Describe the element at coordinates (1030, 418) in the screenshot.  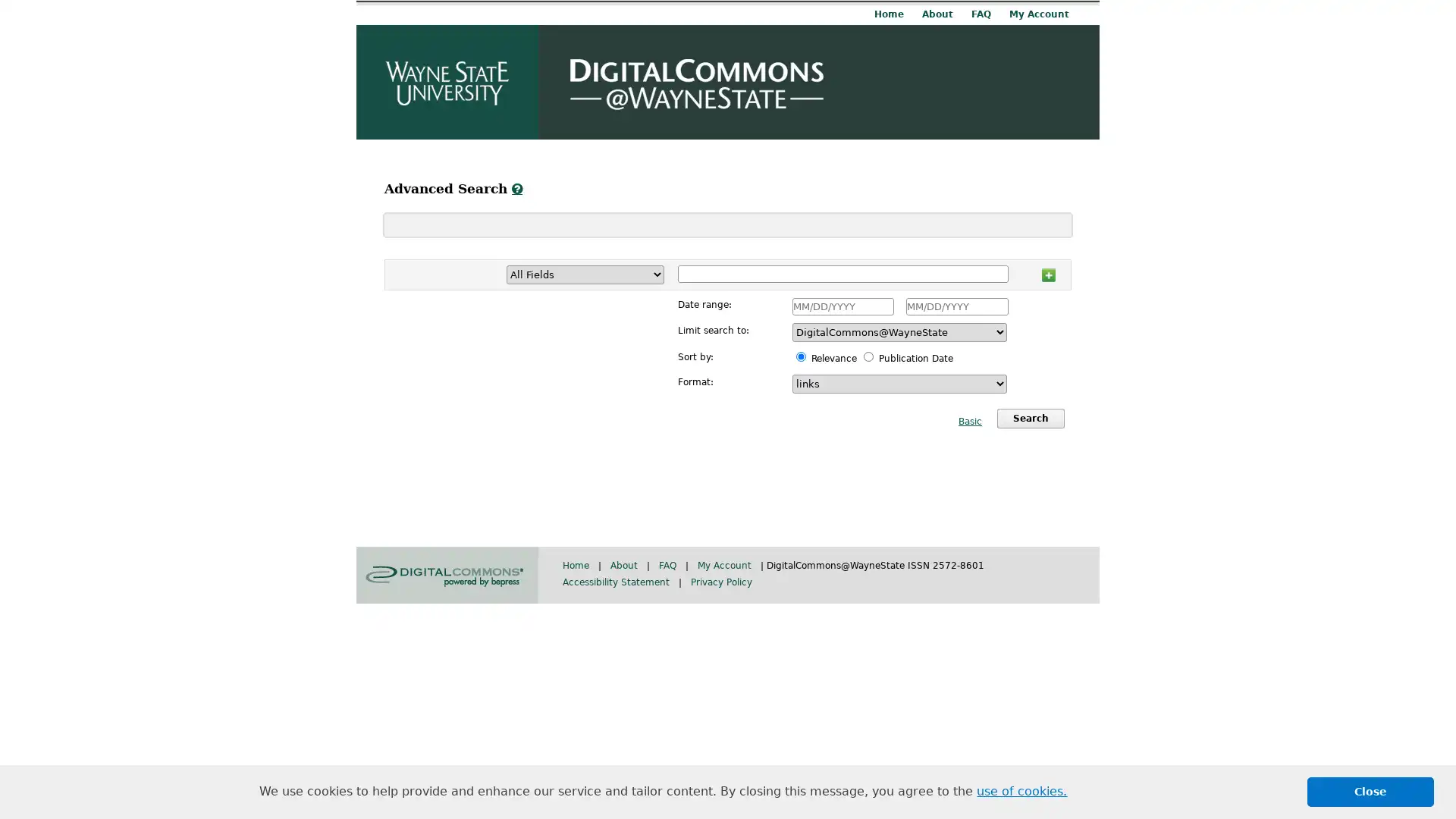
I see `Search` at that location.